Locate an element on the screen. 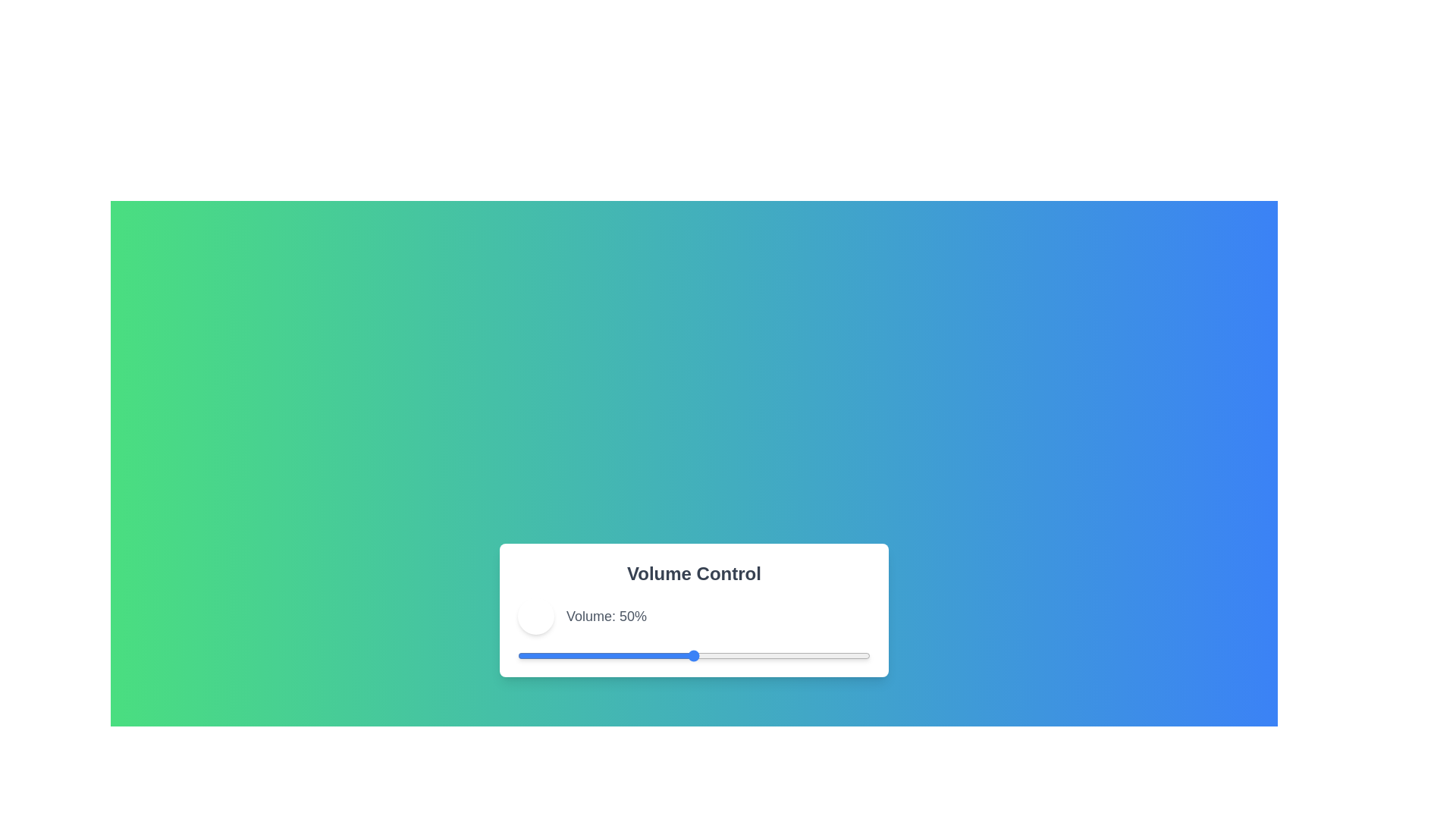 This screenshot has height=819, width=1456. the slider is located at coordinates (739, 654).